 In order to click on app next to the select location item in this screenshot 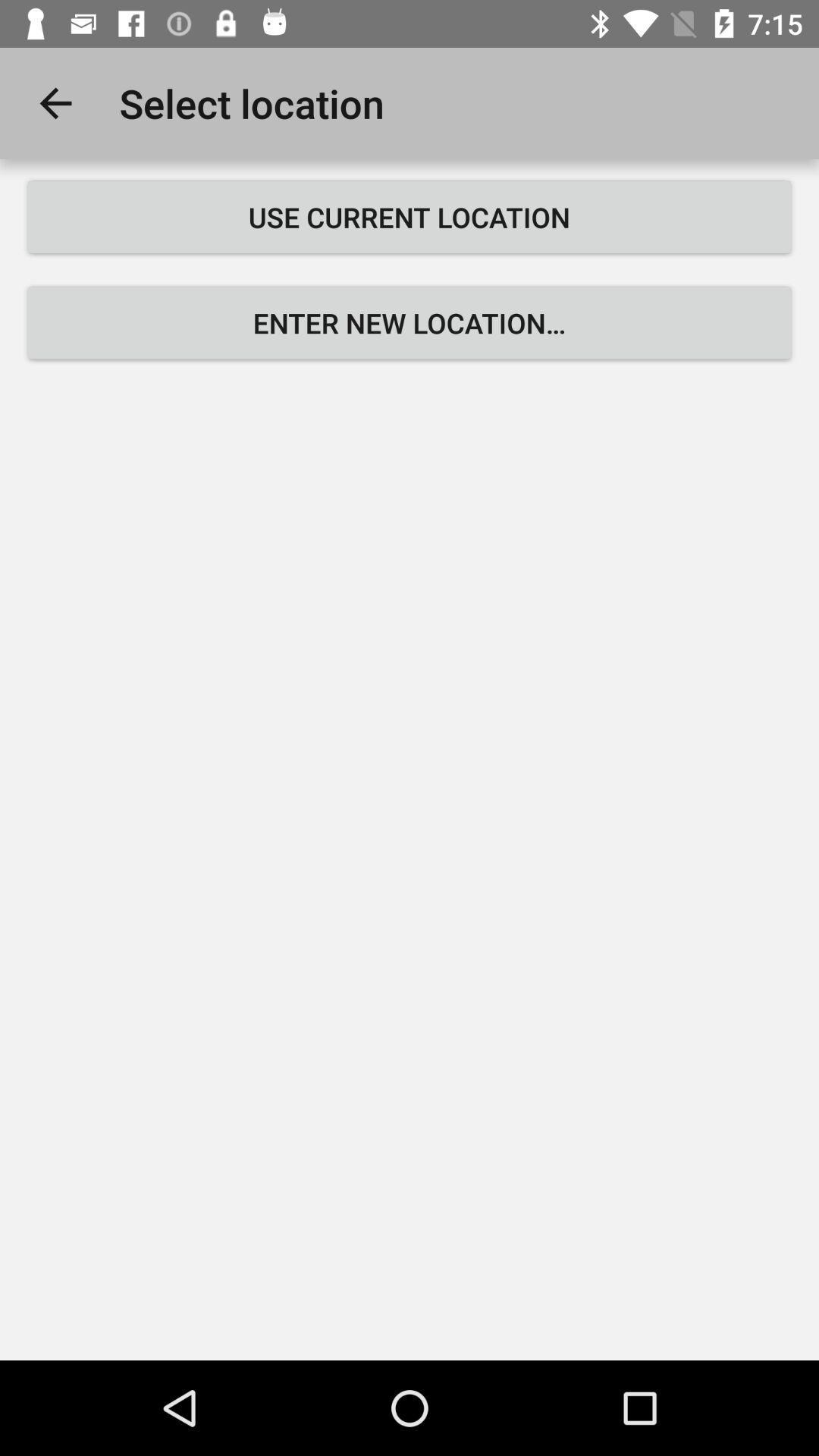, I will do `click(55, 102)`.